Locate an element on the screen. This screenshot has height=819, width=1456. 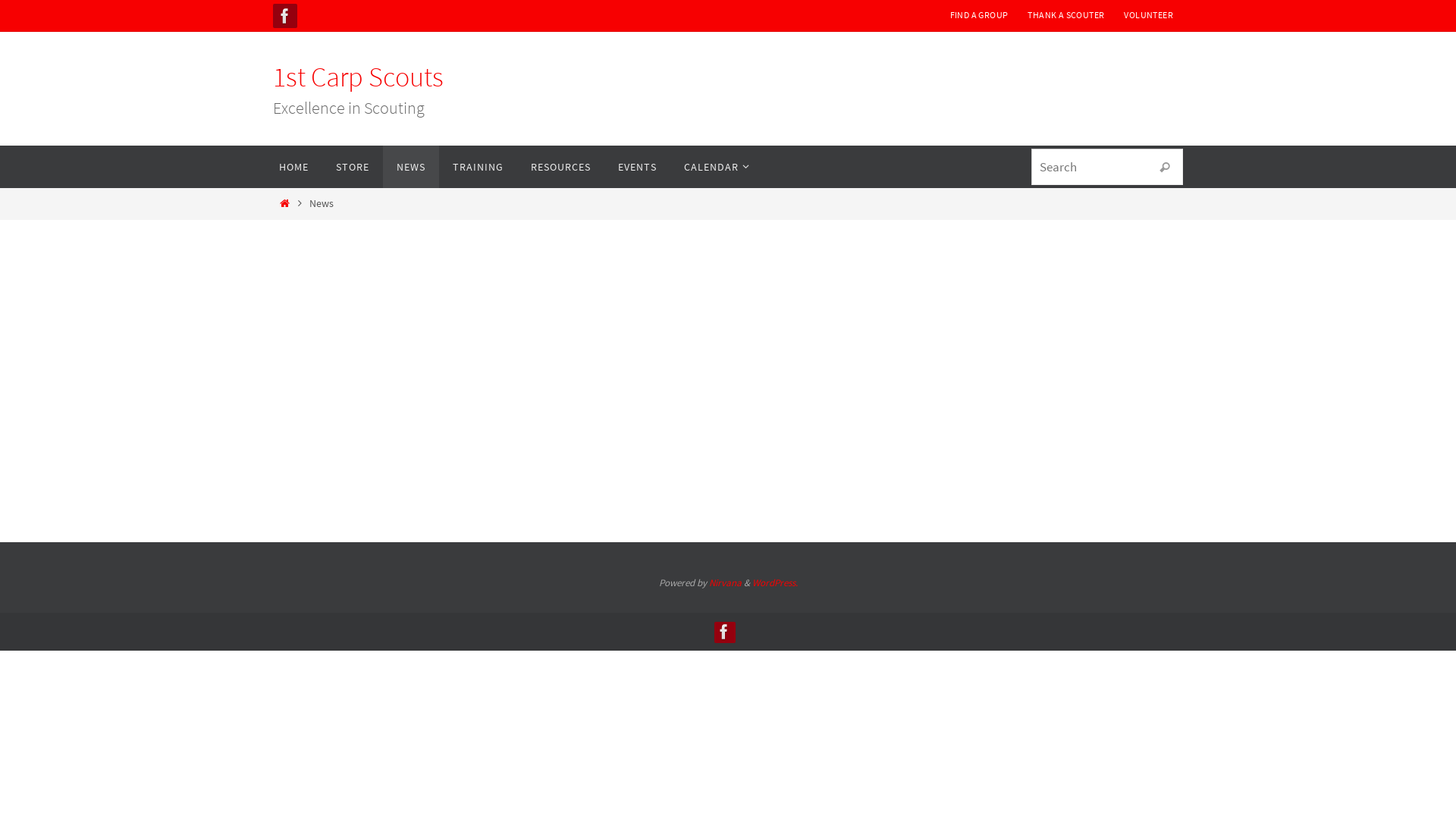
'THANK A SCOUTER' is located at coordinates (1065, 14).